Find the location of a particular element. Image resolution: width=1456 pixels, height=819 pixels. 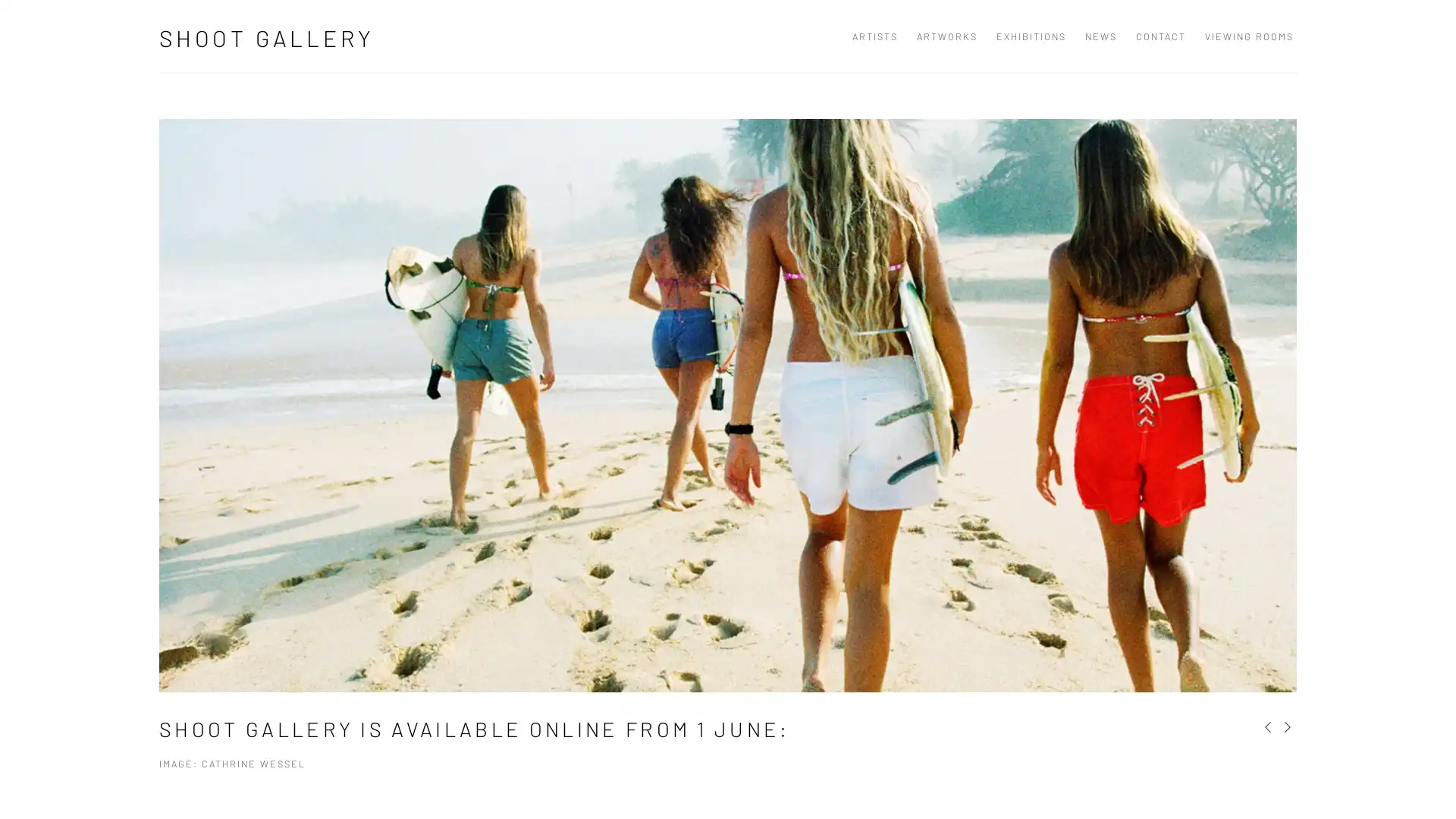

Next slide is located at coordinates (1286, 726).